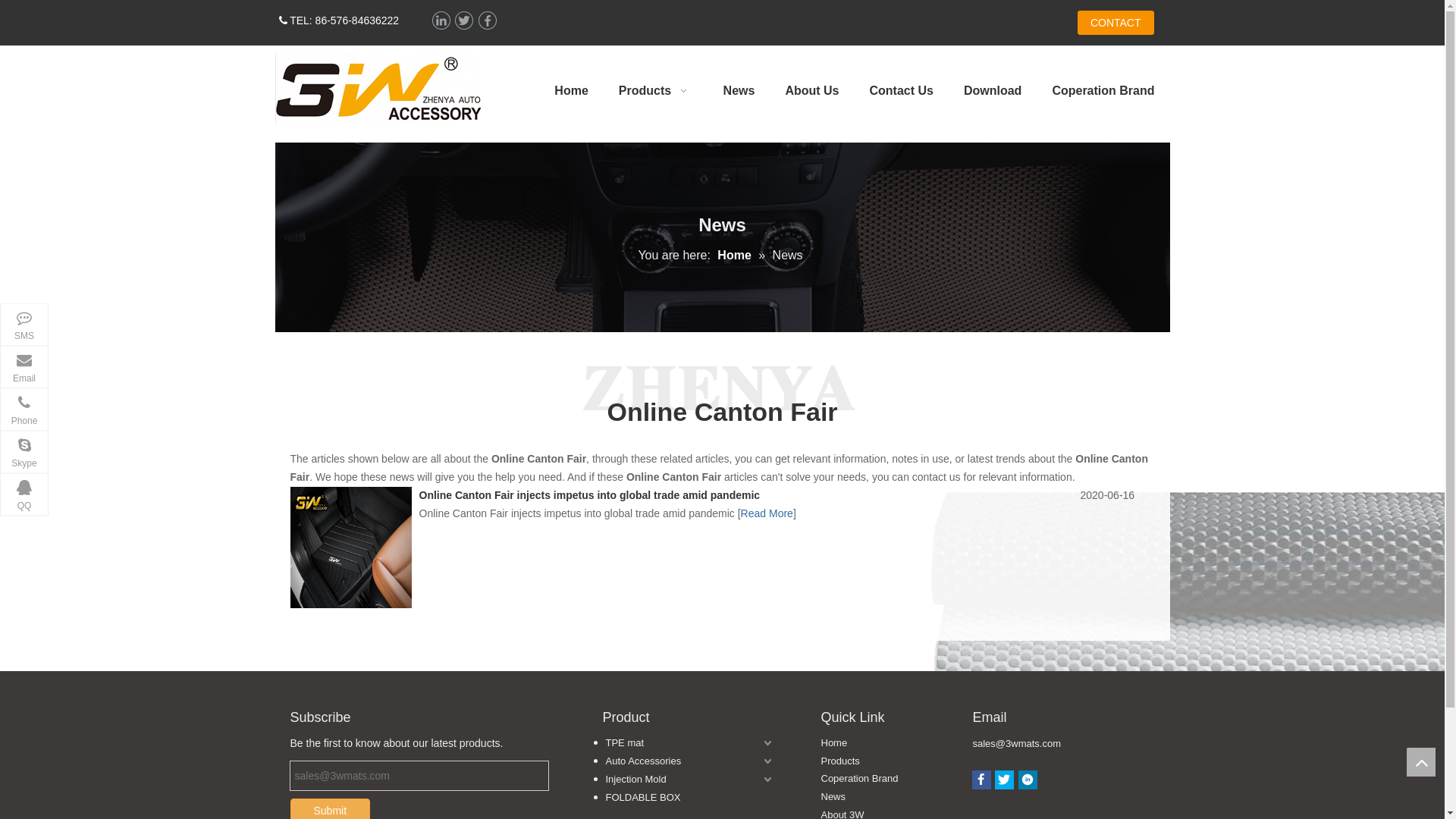  Describe the element at coordinates (487, 20) in the screenshot. I see `'Facebook'` at that location.